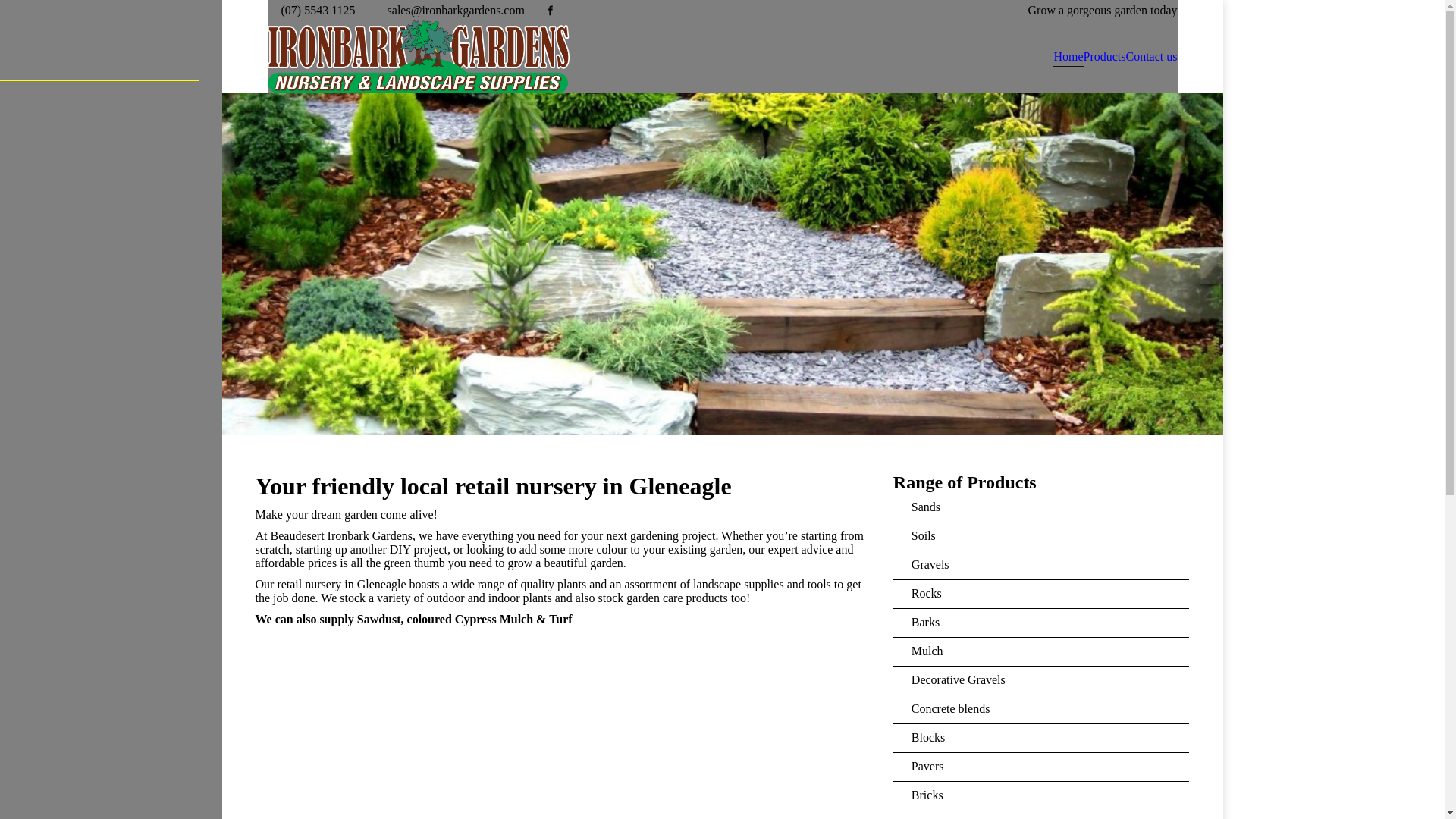  What do you see at coordinates (1150, 55) in the screenshot?
I see `'Contact us'` at bounding box center [1150, 55].